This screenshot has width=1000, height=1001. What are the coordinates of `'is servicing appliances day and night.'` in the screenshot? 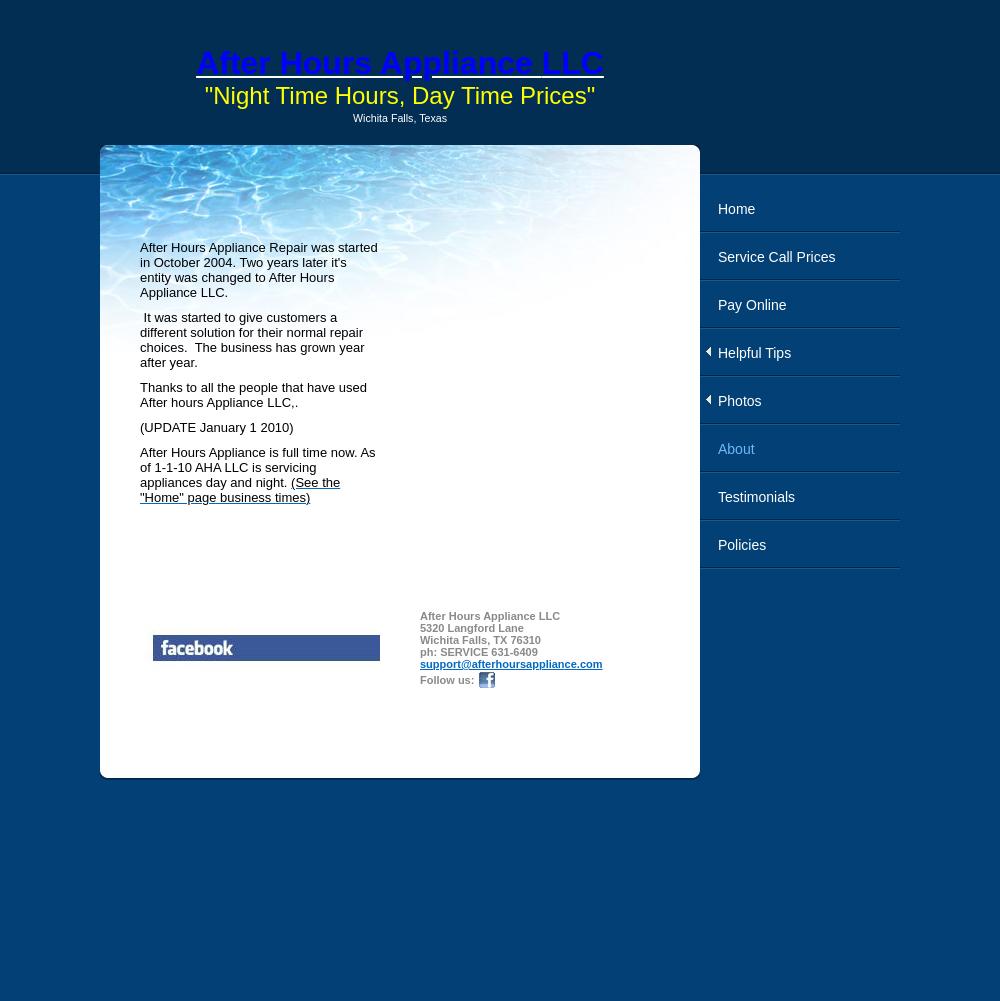 It's located at (140, 474).